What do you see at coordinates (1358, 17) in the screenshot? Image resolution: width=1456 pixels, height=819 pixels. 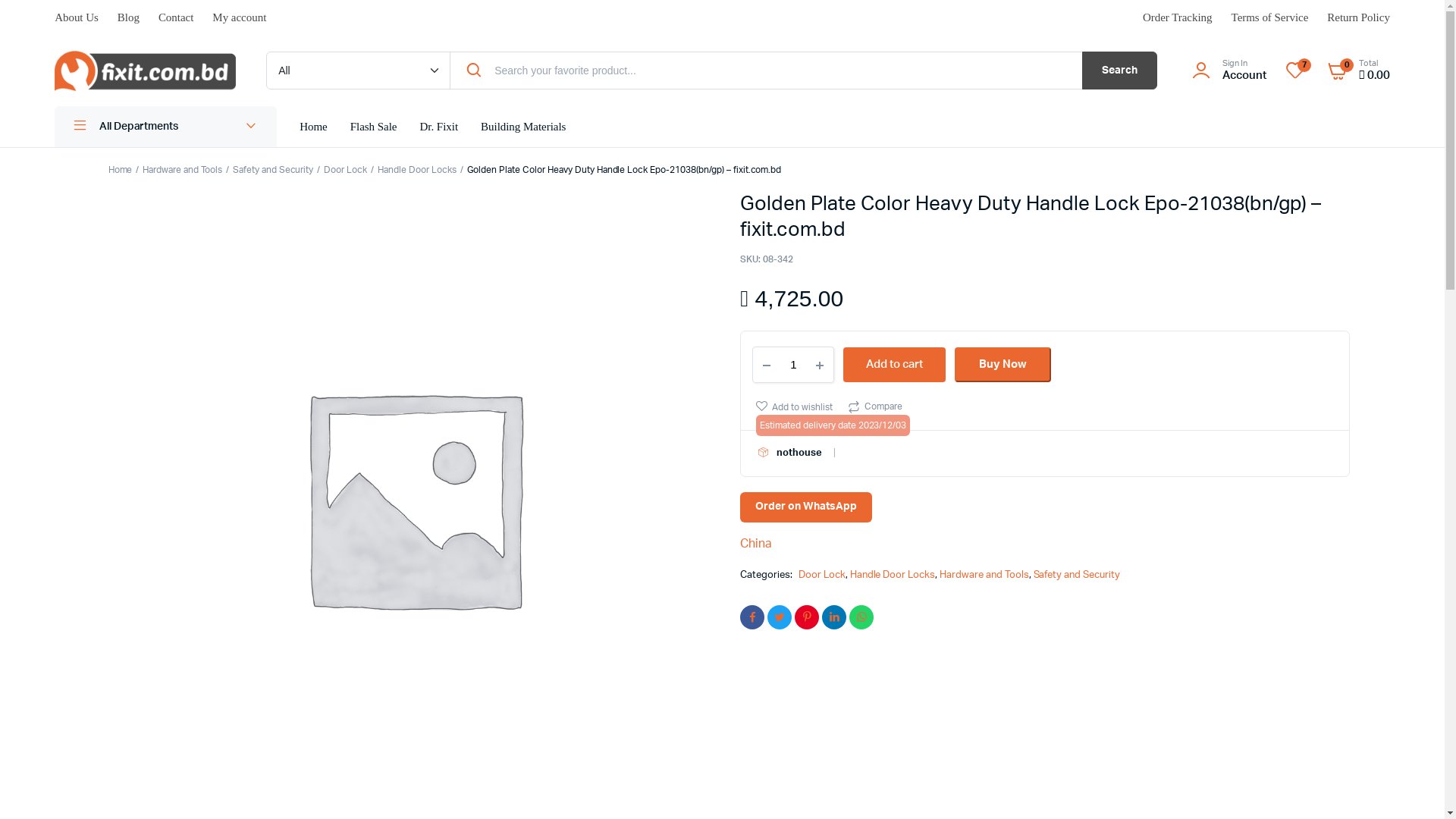 I see `'Return Policy'` at bounding box center [1358, 17].